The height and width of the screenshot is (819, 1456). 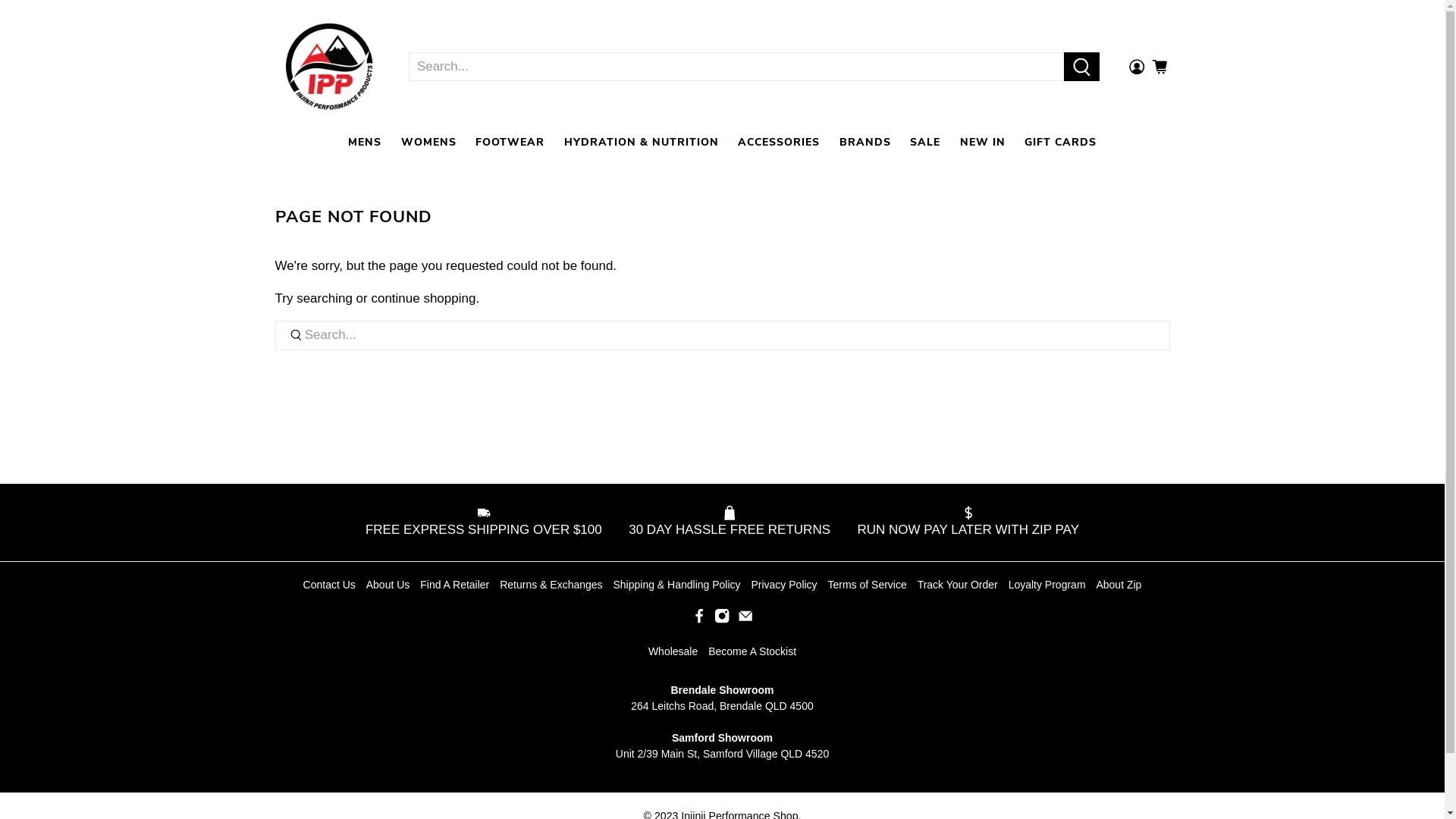 What do you see at coordinates (612, 584) in the screenshot?
I see `'Shipping & Handling Policy'` at bounding box center [612, 584].